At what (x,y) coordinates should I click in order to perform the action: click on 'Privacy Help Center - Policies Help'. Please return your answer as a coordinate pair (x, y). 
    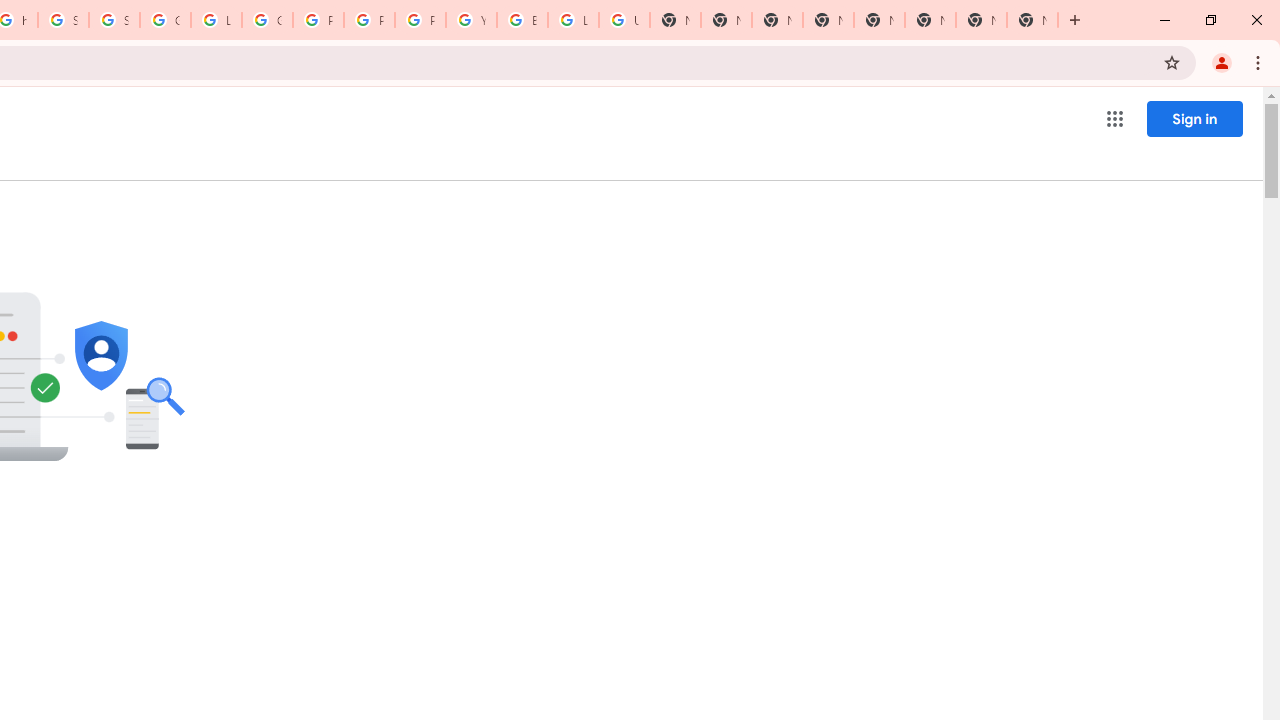
    Looking at the image, I should click on (317, 20).